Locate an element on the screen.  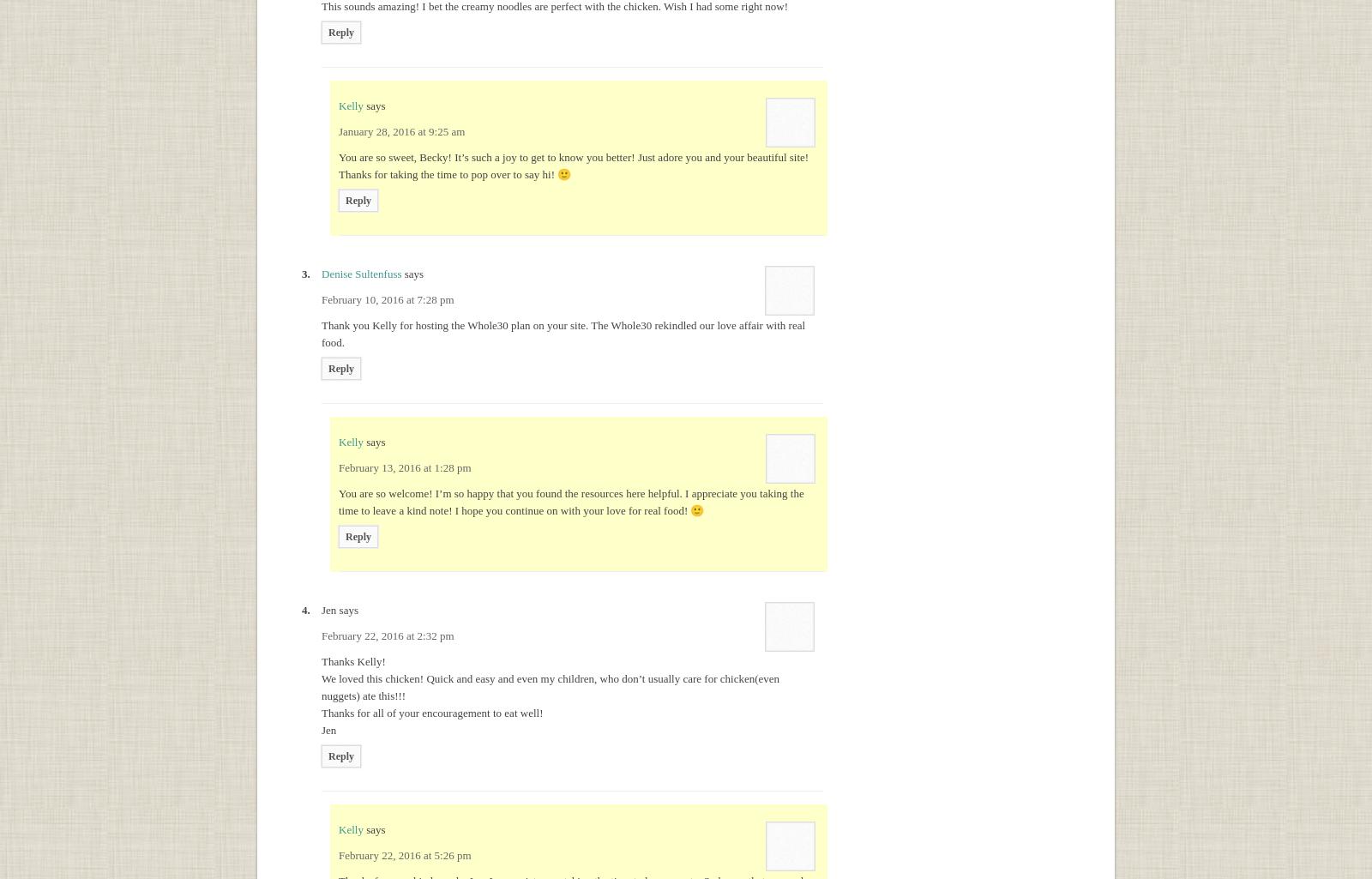
'January 28, 2016 at 9:25 am' is located at coordinates (400, 130).